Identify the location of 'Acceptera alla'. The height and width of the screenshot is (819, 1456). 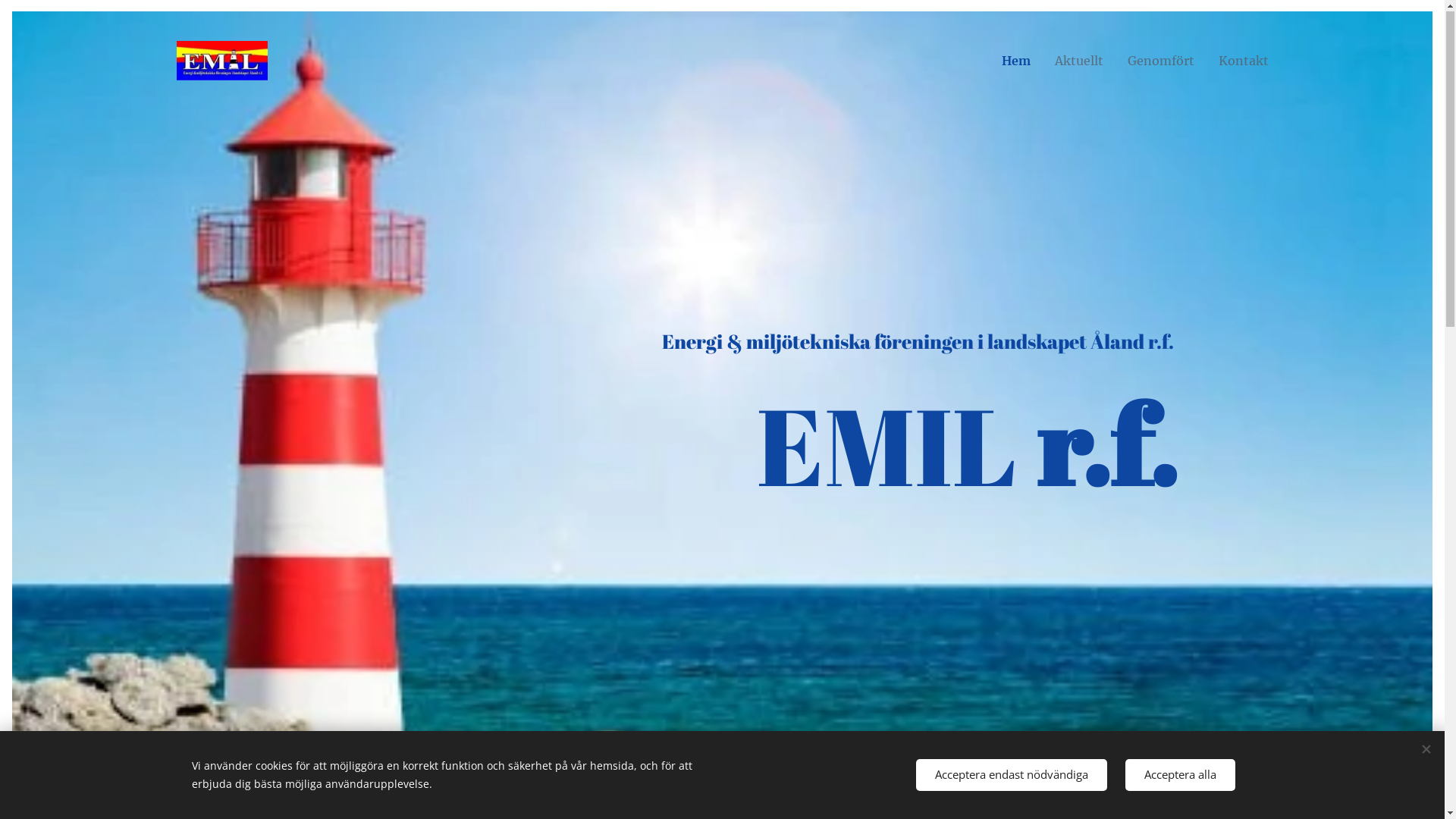
(1179, 775).